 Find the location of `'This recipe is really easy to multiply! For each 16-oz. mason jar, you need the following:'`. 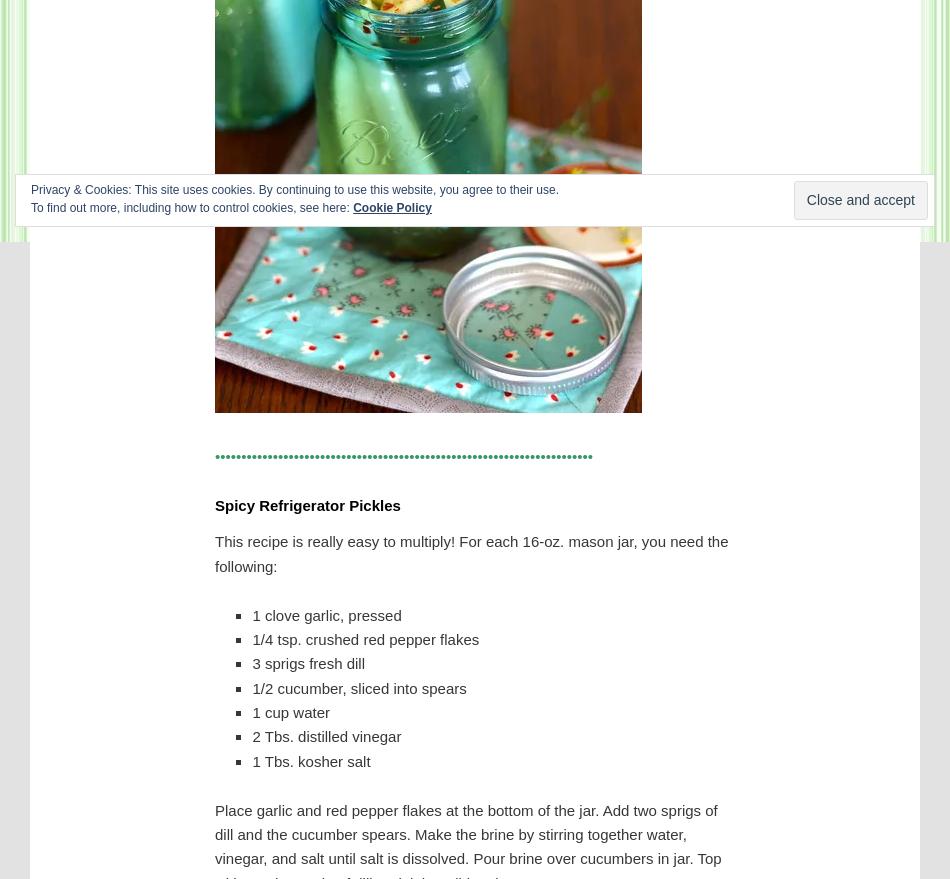

'This recipe is really easy to multiply! For each 16-oz. mason jar, you need the following:' is located at coordinates (470, 553).